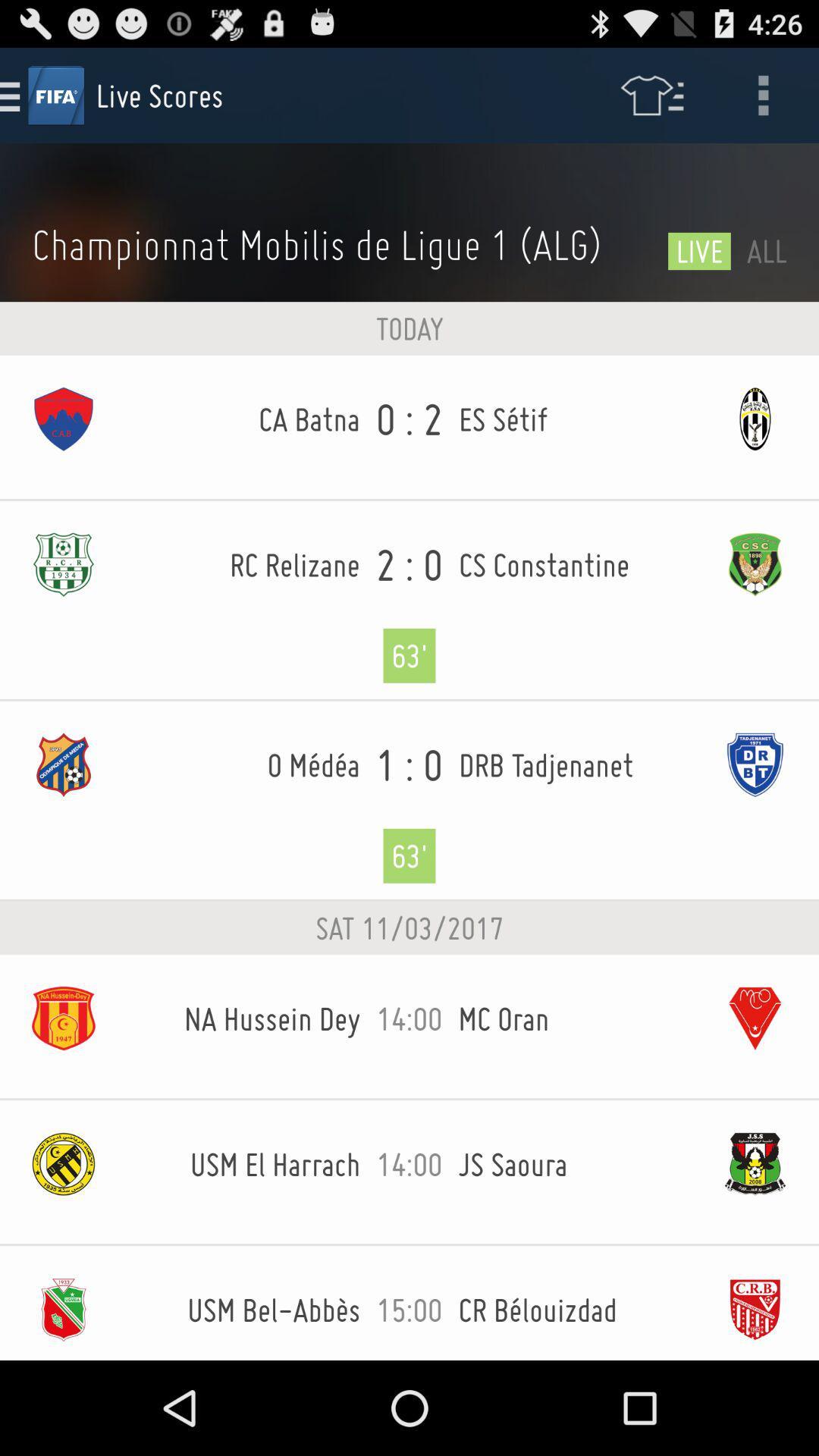 This screenshot has height=1456, width=819. What do you see at coordinates (575, 764) in the screenshot?
I see `drb tadjenanet item` at bounding box center [575, 764].